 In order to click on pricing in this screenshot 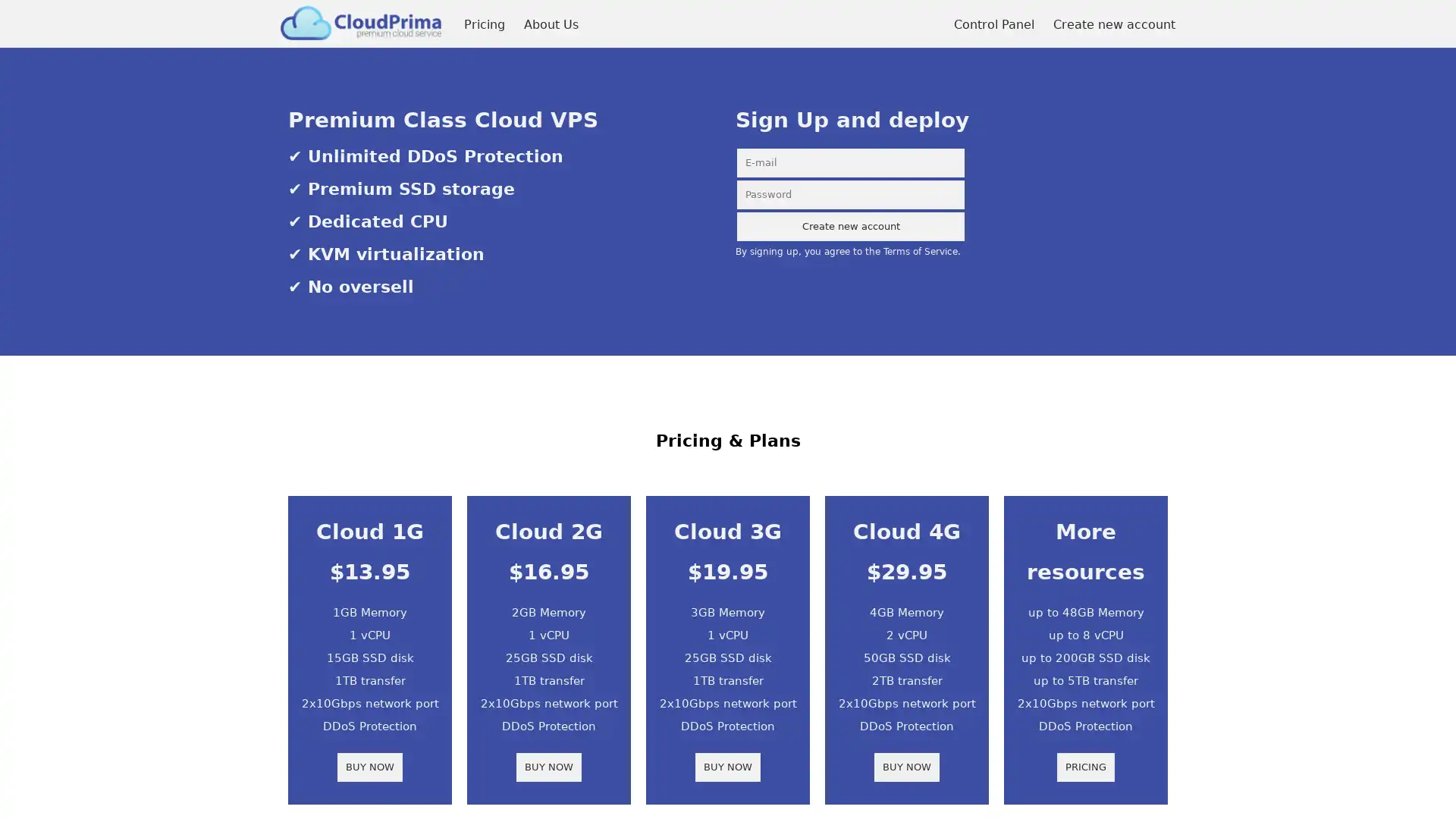, I will do `click(1084, 767)`.